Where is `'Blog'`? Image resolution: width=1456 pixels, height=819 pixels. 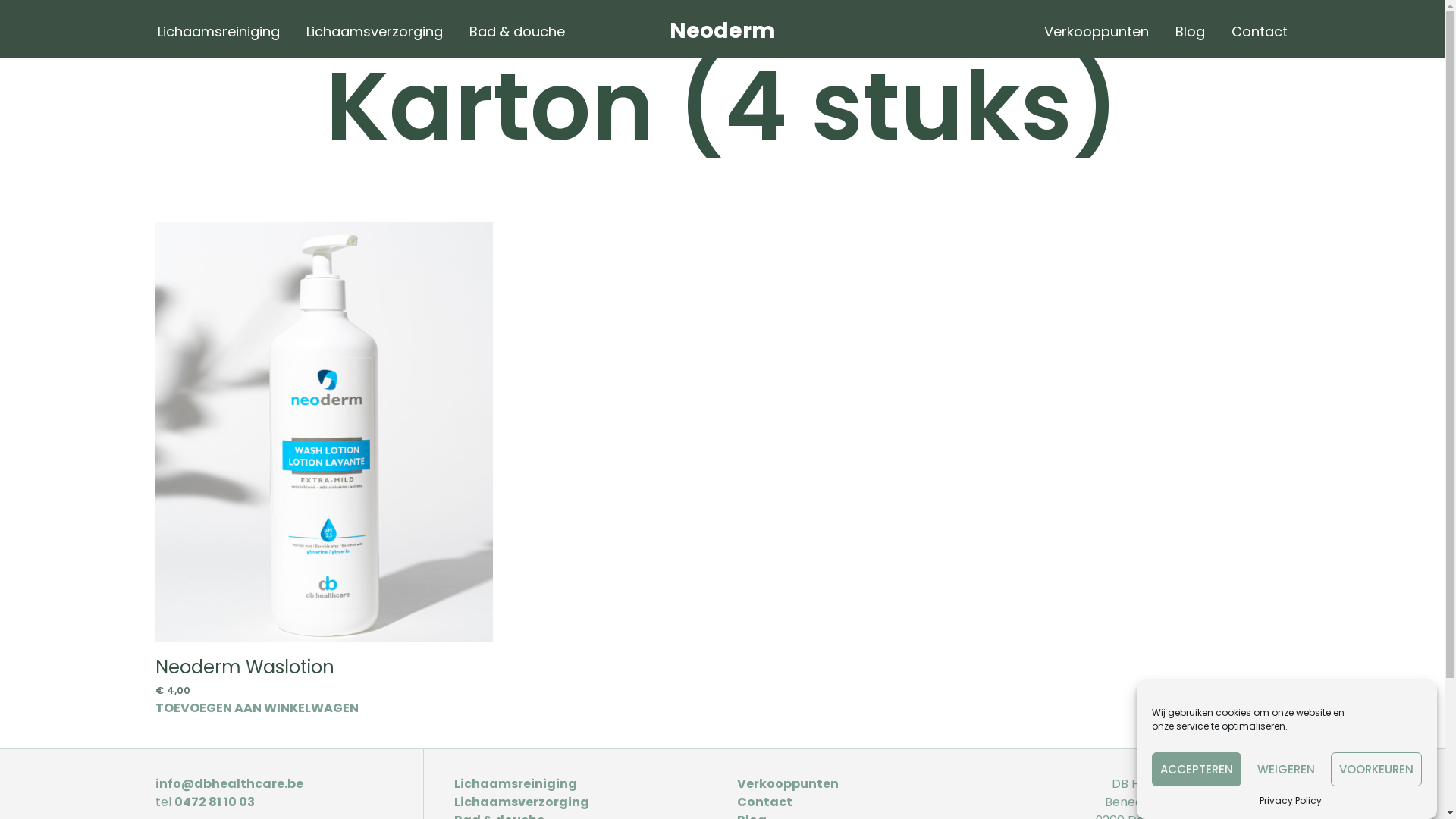 'Blog' is located at coordinates (1188, 31).